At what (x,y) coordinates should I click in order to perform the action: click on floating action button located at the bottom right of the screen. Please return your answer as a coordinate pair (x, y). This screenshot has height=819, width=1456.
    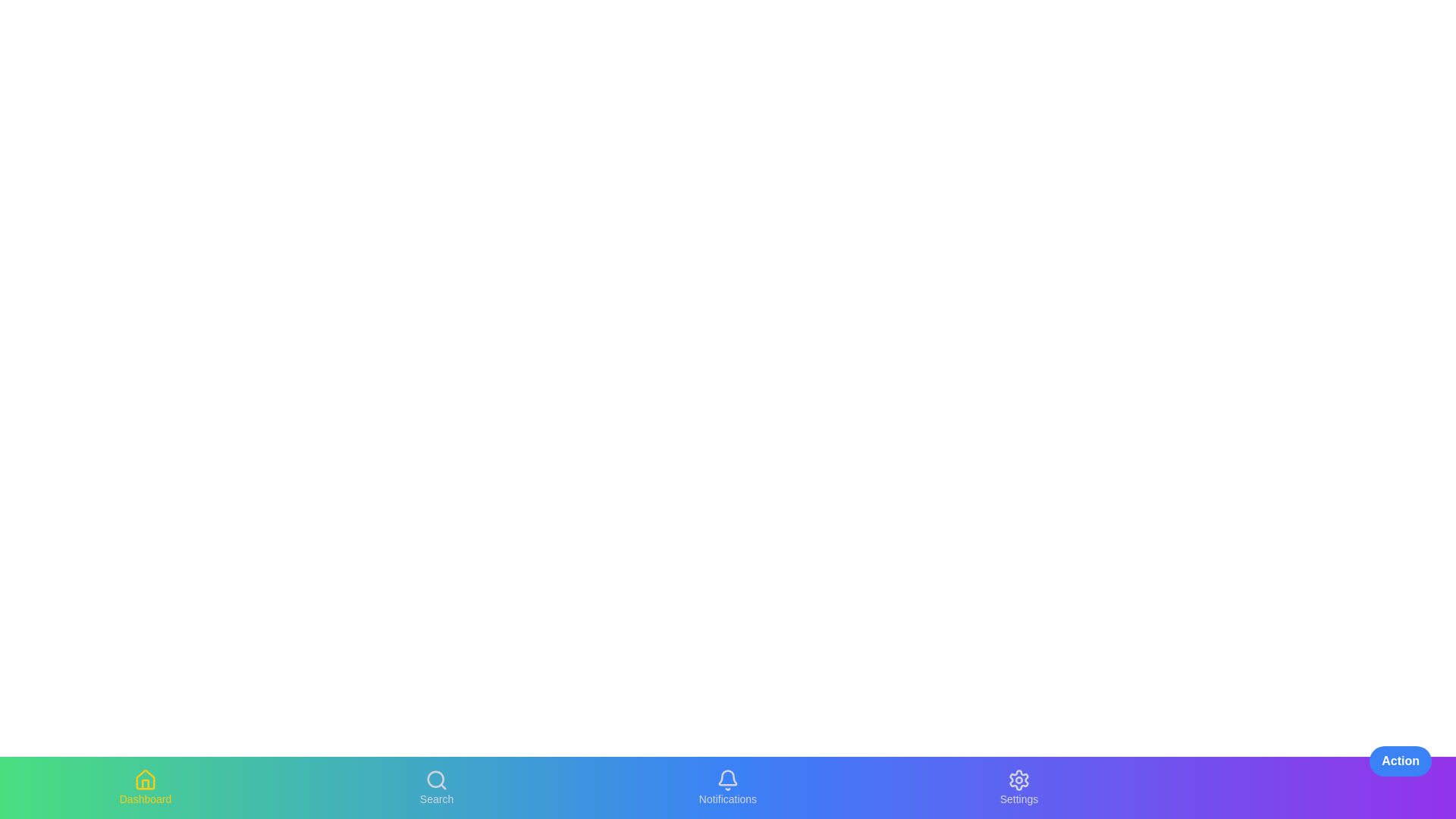
    Looking at the image, I should click on (1400, 761).